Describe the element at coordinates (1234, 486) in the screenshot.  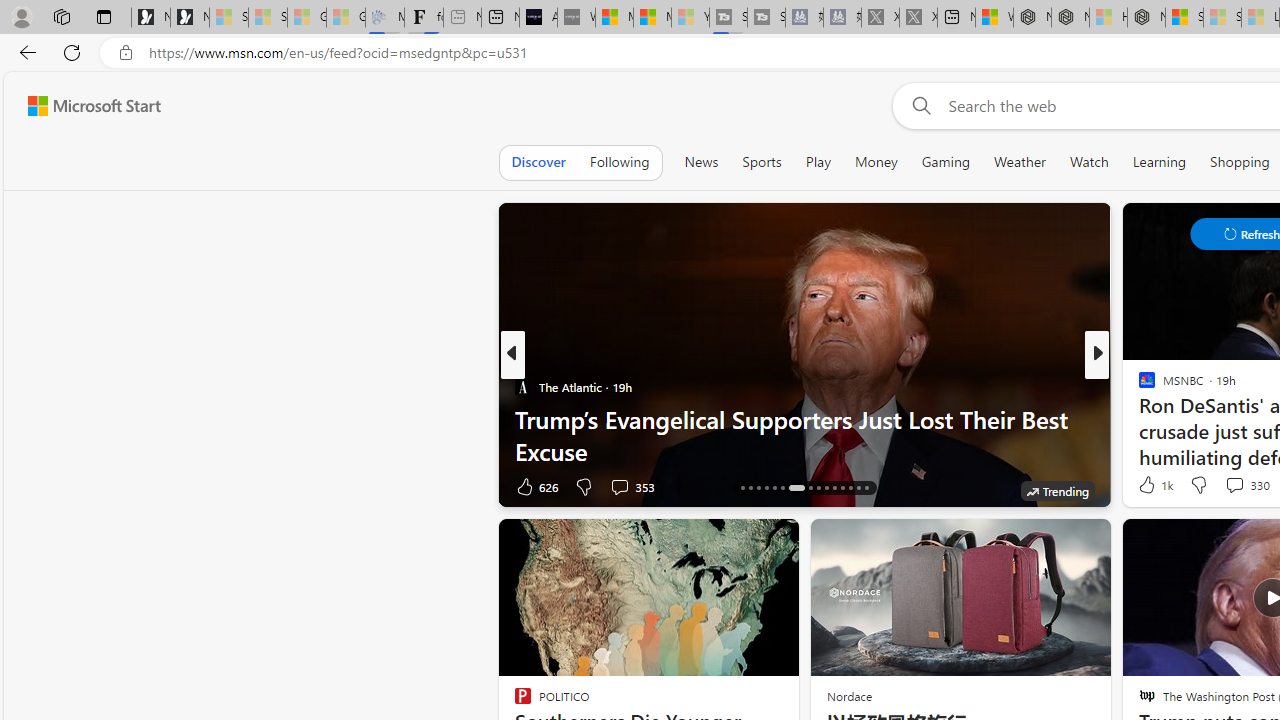
I see `'View comments 266 Comment'` at that location.